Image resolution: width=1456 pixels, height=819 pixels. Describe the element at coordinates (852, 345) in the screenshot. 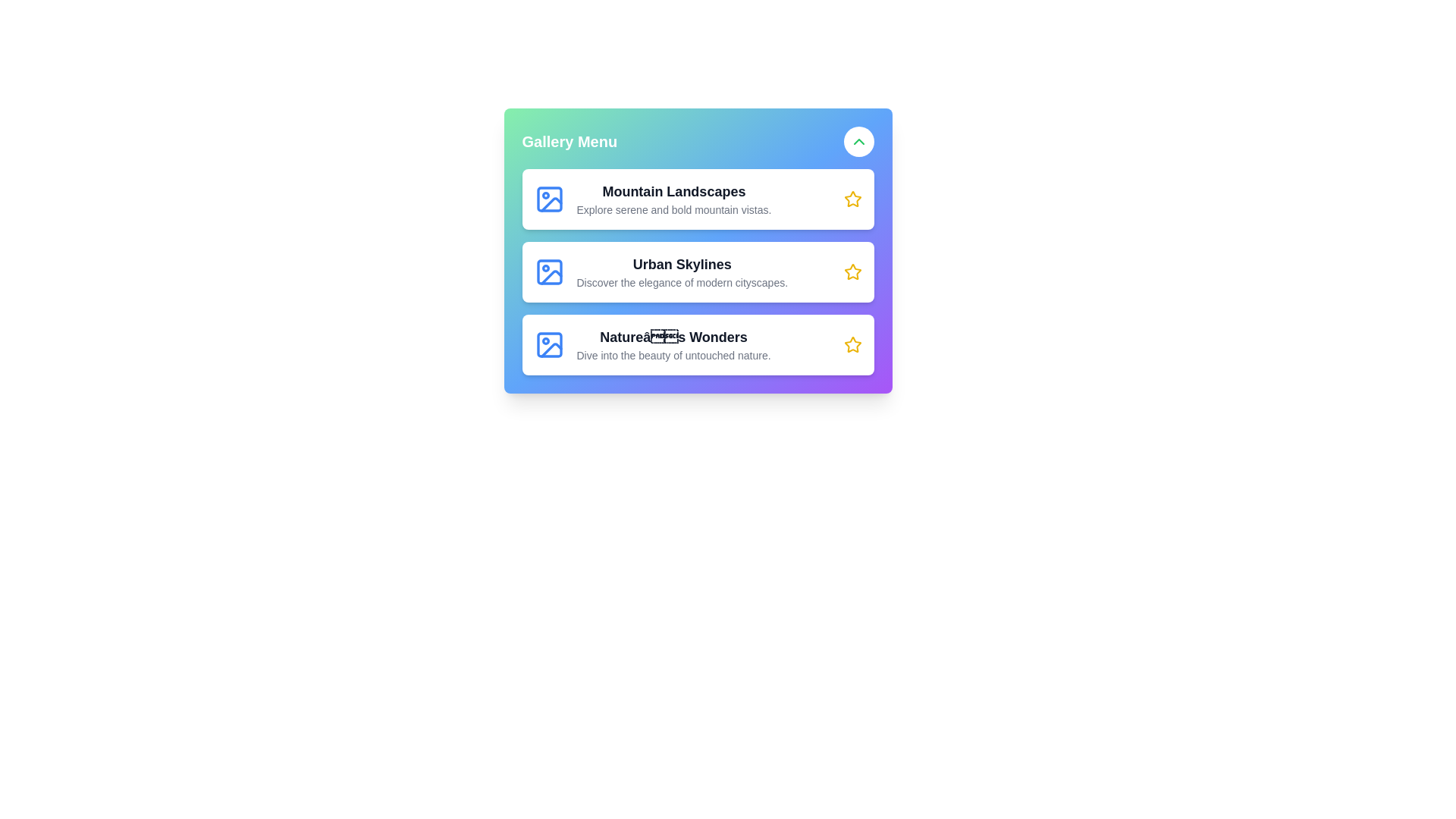

I see `the star icon corresponding to the gallery item Nature's Wonders to mark it as a favorite` at that location.